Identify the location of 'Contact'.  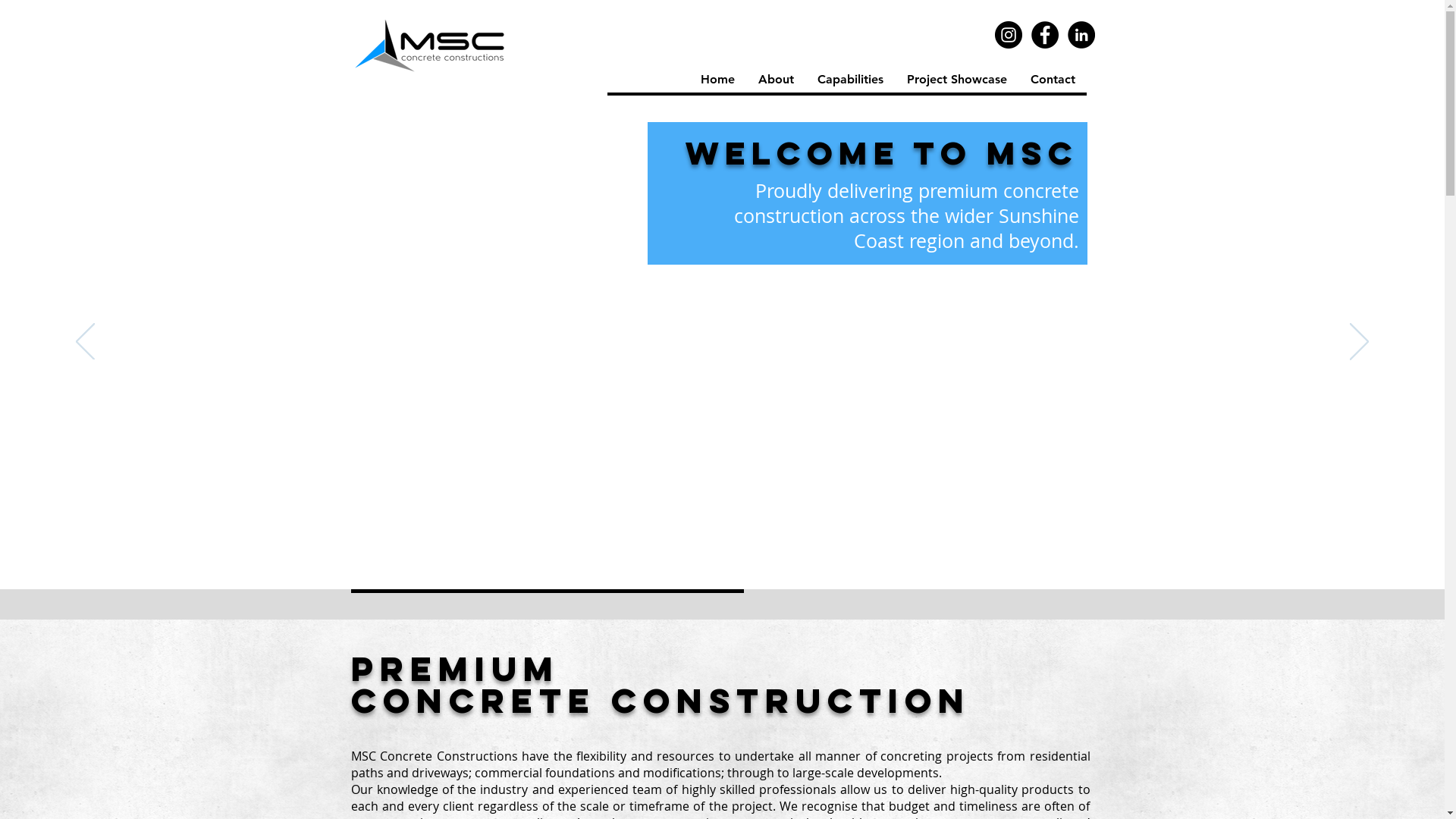
(1051, 79).